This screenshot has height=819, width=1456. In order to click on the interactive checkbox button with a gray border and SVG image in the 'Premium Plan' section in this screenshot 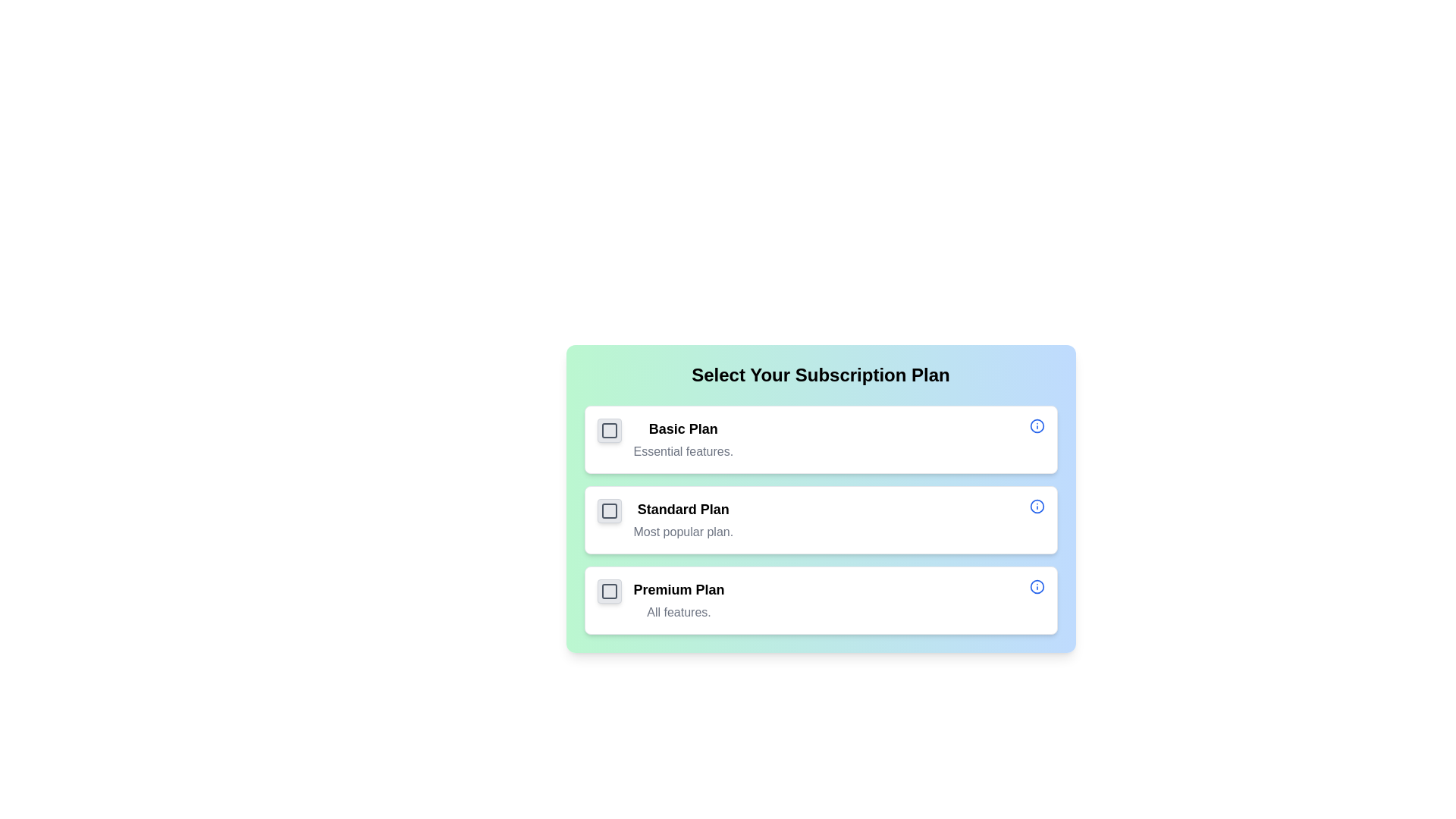, I will do `click(609, 590)`.